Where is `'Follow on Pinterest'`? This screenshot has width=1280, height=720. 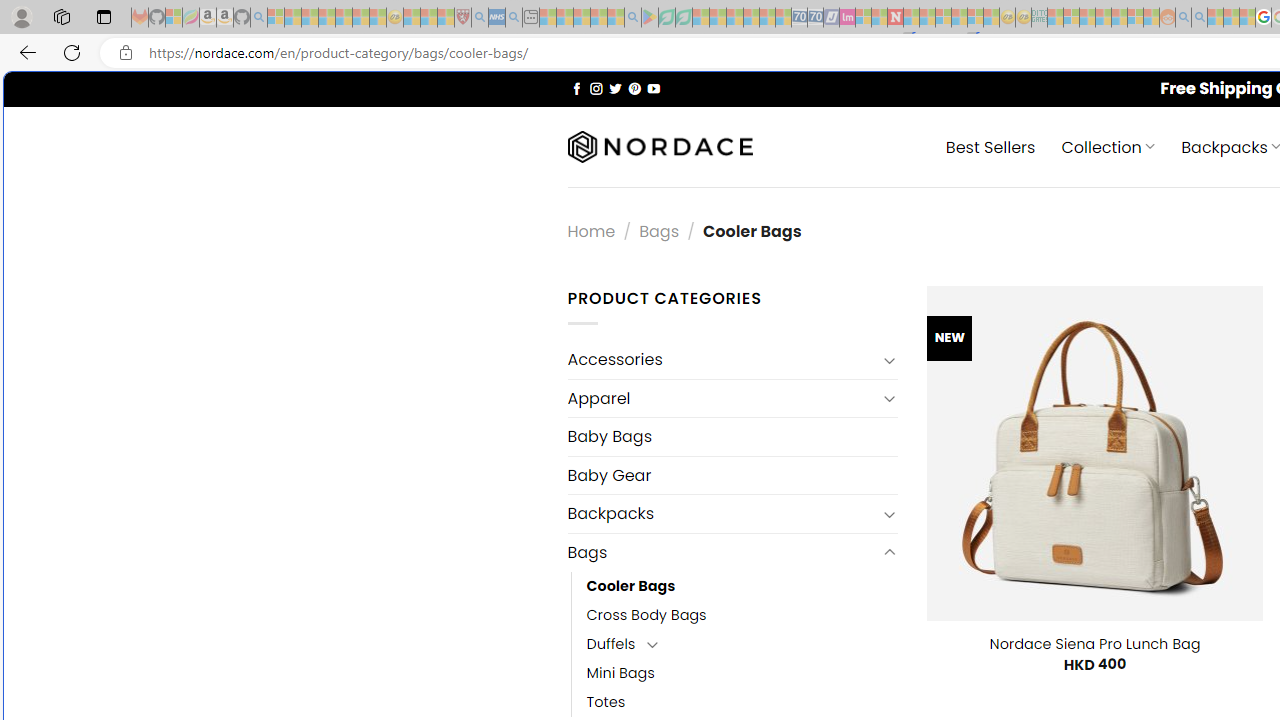 'Follow on Pinterest' is located at coordinates (633, 87).